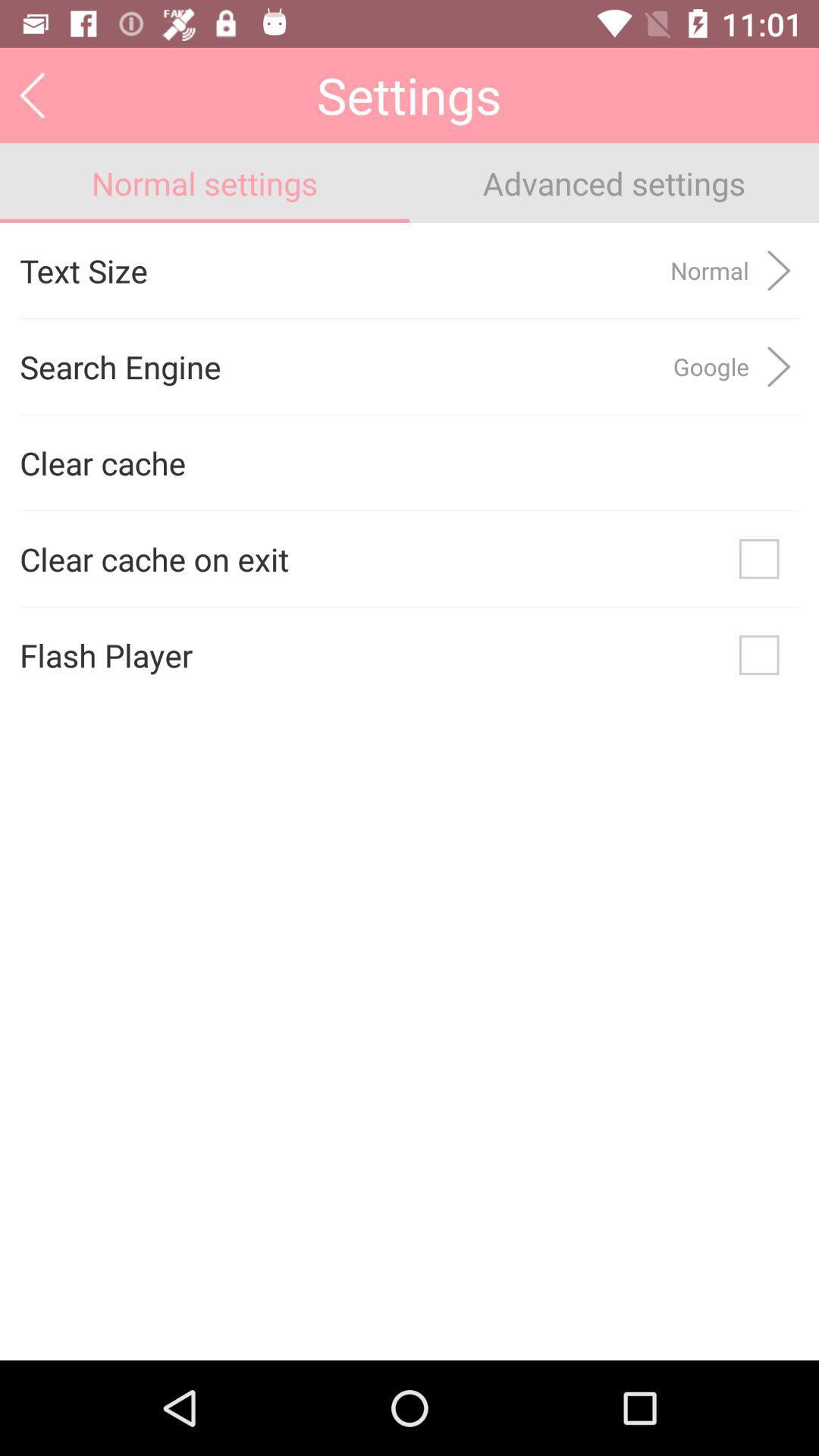  Describe the element at coordinates (759, 558) in the screenshot. I see `choose option` at that location.